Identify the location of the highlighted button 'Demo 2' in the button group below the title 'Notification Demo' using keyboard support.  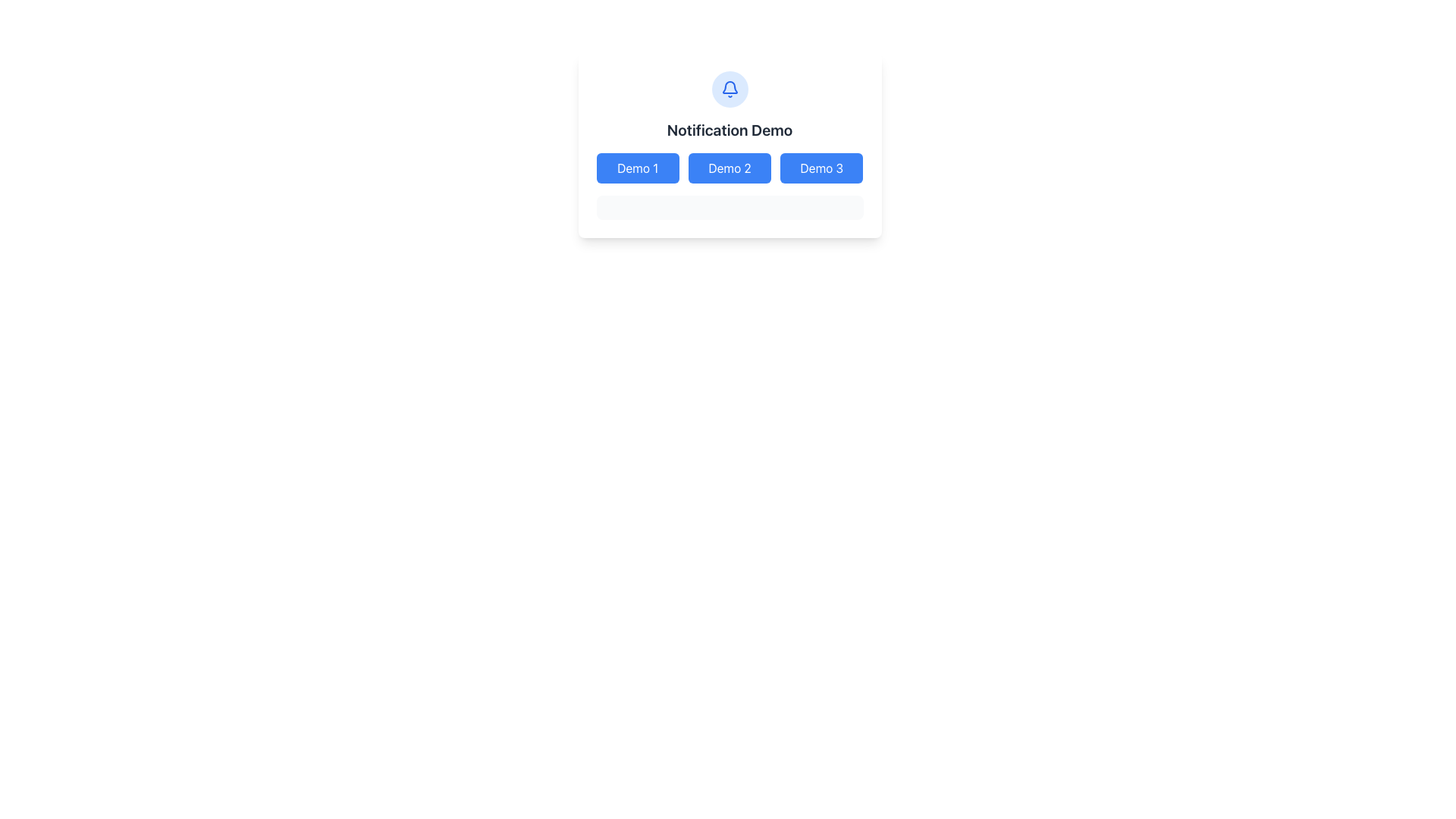
(730, 168).